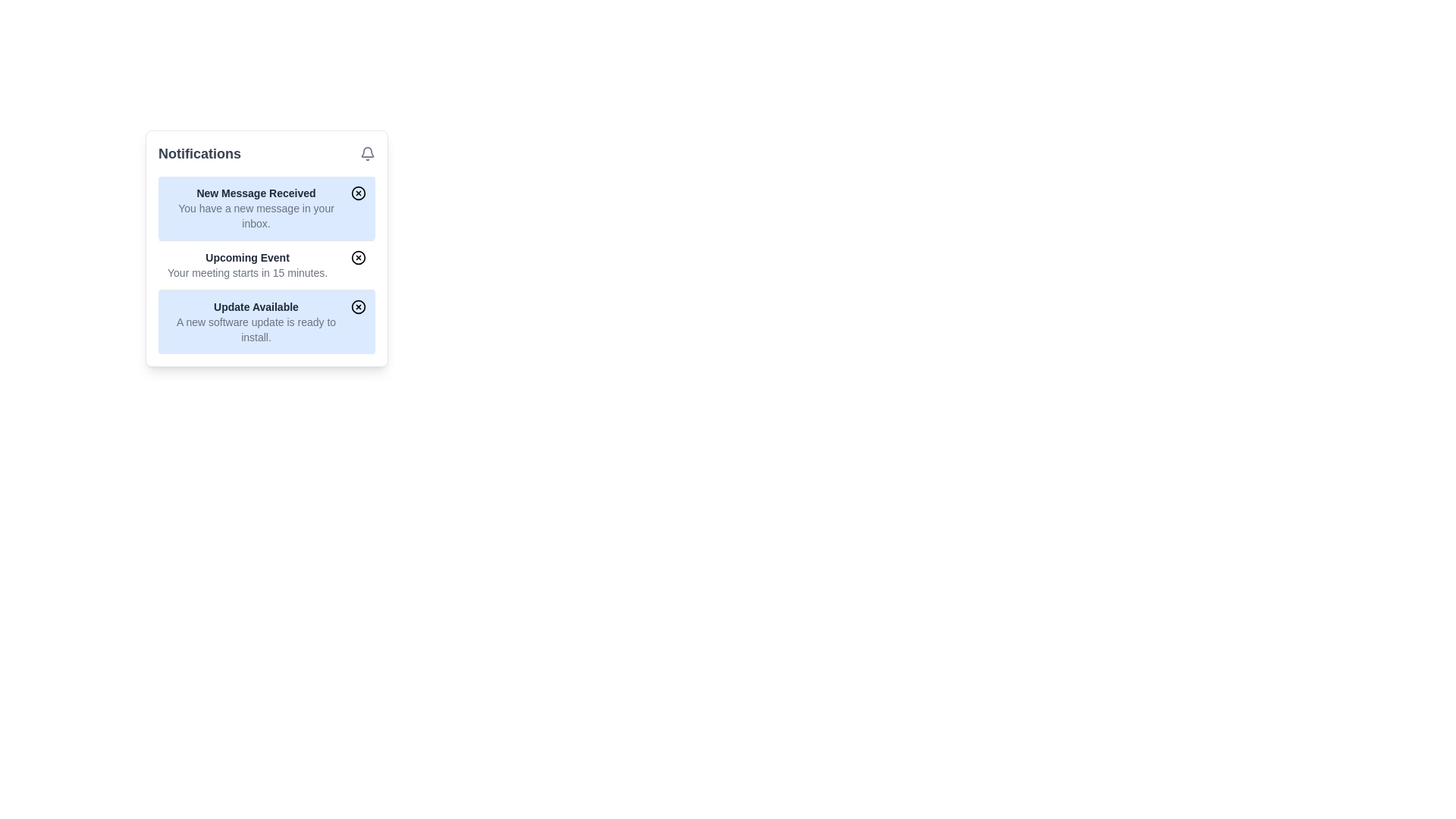  Describe the element at coordinates (367, 154) in the screenshot. I see `the notification bell icon, which is styled with the 'lucide' class and is located at the top-right corner of the notification panel, aligned with the 'Notifications' title` at that location.